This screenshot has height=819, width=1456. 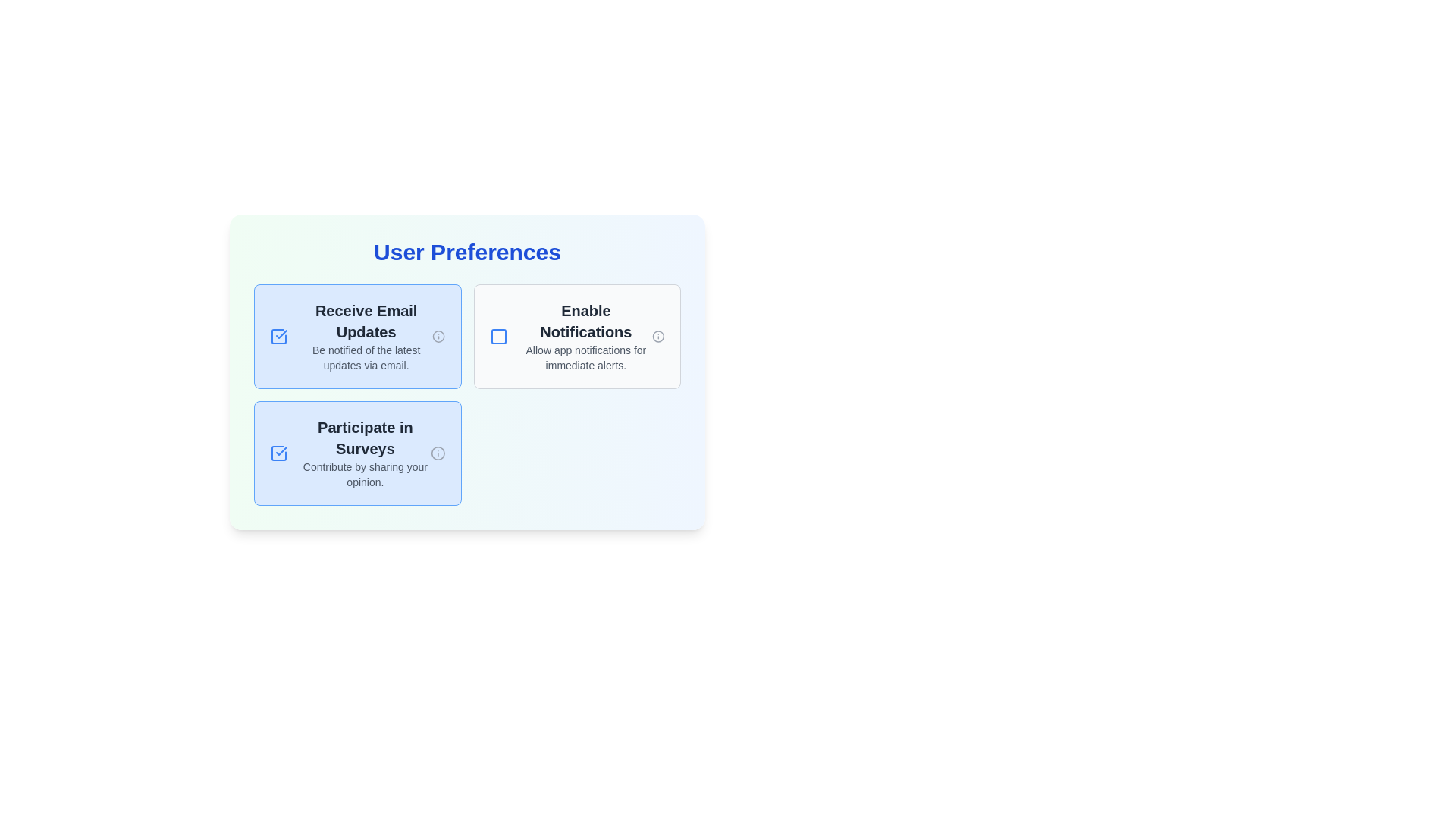 I want to click on the checkbox that enables or disables application notifications, located in the second position of the 'User Preferences' grid, so click(x=570, y=335).